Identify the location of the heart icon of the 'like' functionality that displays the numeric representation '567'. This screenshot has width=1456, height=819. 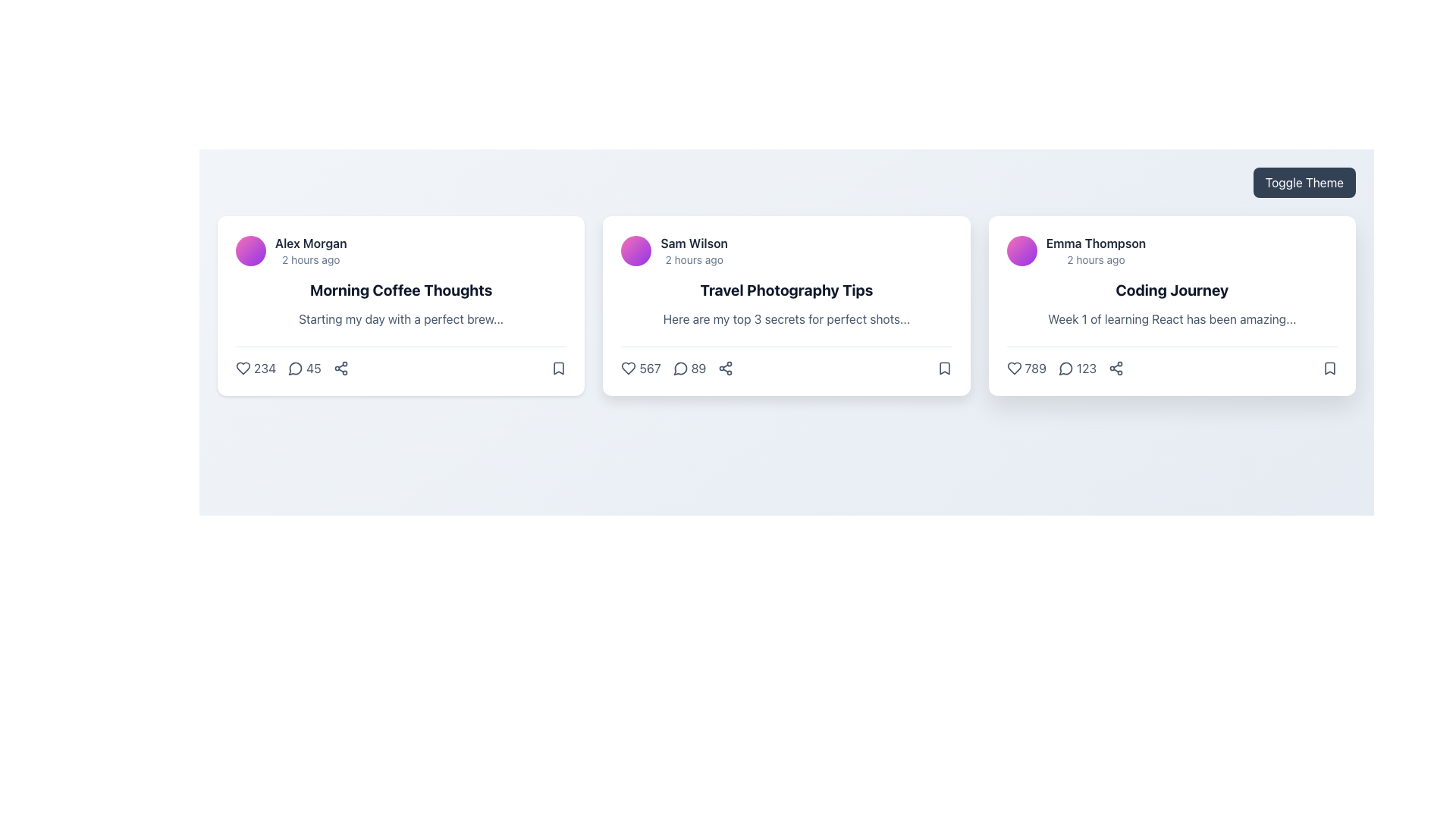
(641, 369).